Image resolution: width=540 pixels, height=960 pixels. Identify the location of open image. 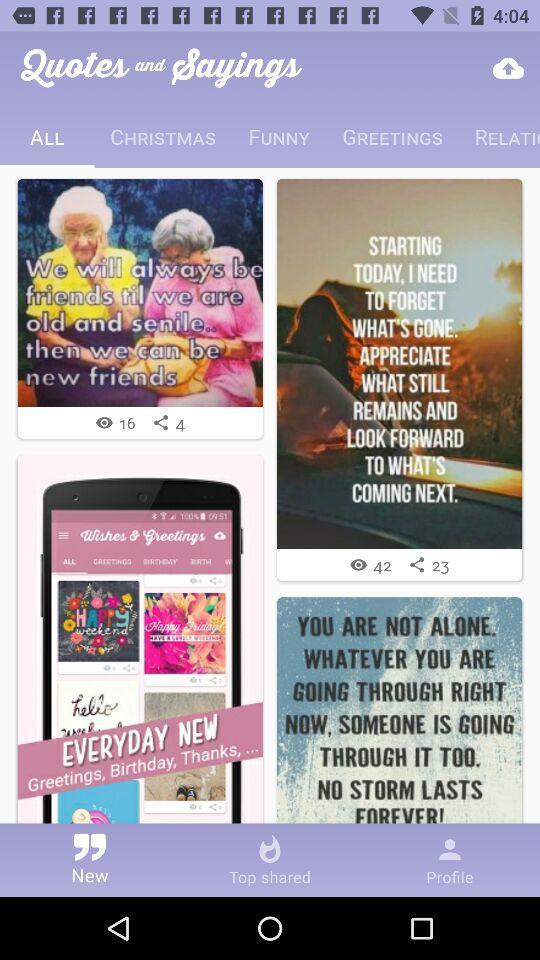
(399, 362).